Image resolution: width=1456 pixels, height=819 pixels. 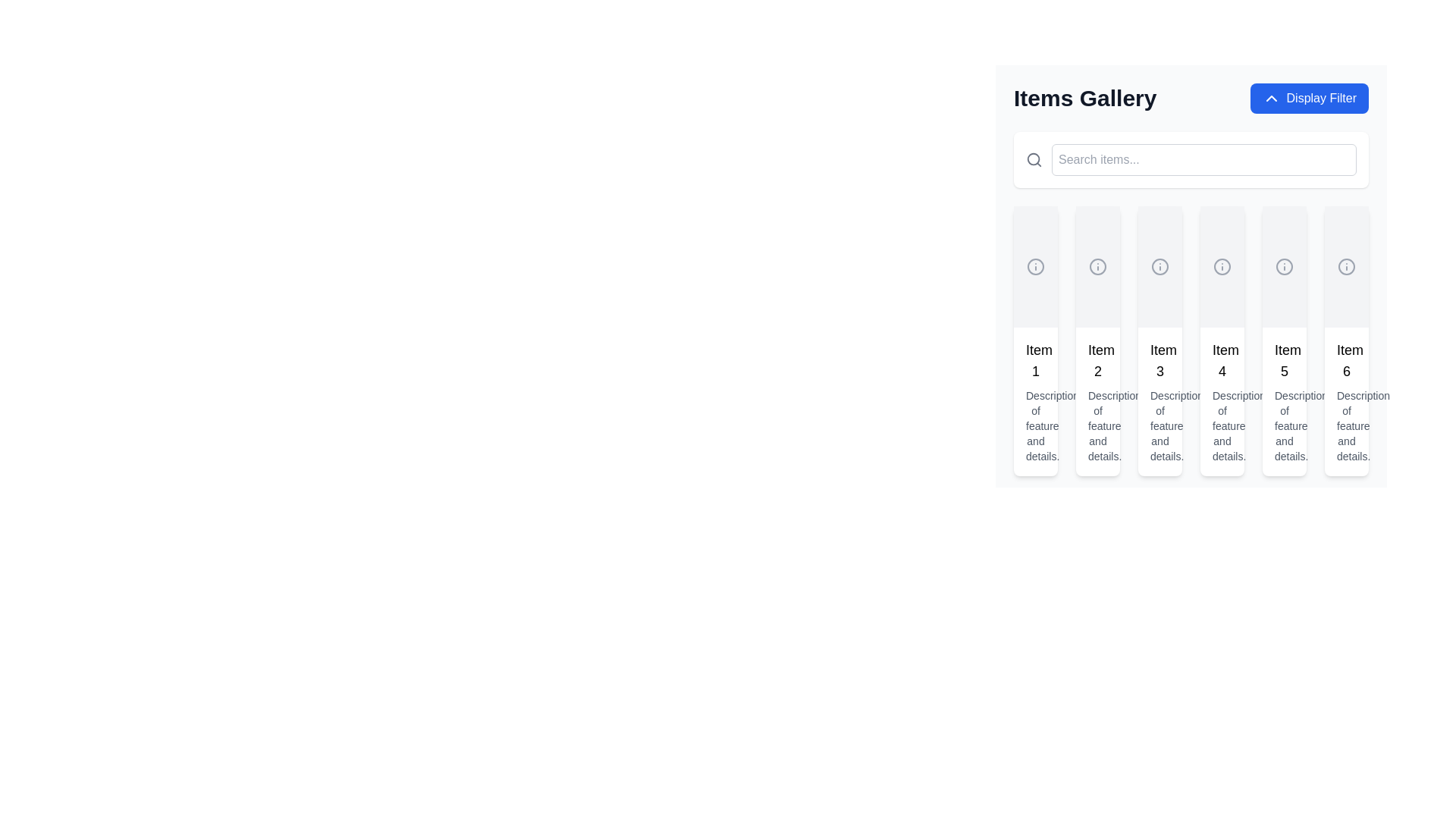 What do you see at coordinates (1222, 265) in the screenshot?
I see `the circular graphic icon located in the fourth column above the label 'Item 4', which is part of a consistent theme with similar elements` at bounding box center [1222, 265].